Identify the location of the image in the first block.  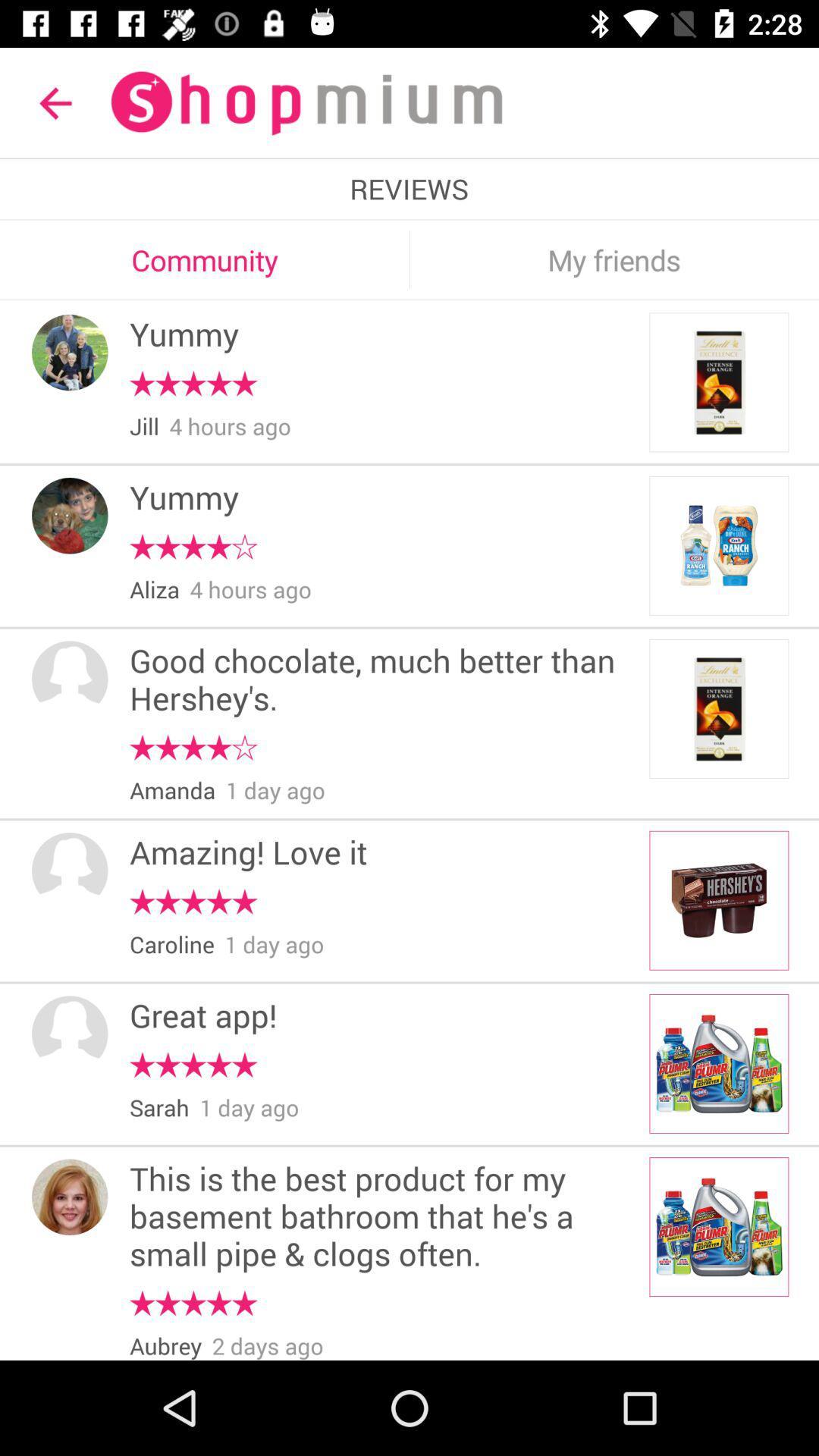
(718, 382).